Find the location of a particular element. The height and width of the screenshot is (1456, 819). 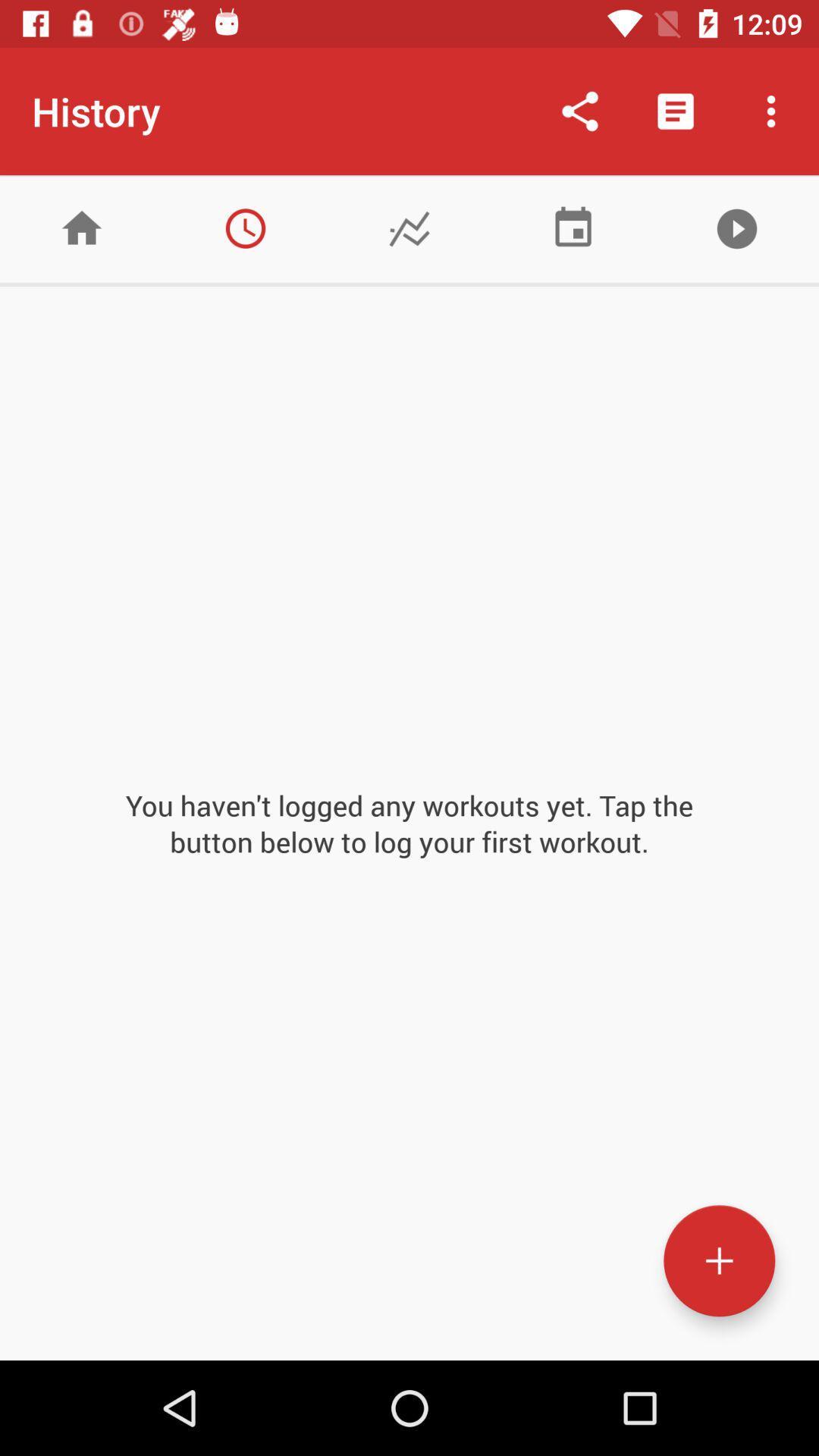

history tab is located at coordinates (245, 227).